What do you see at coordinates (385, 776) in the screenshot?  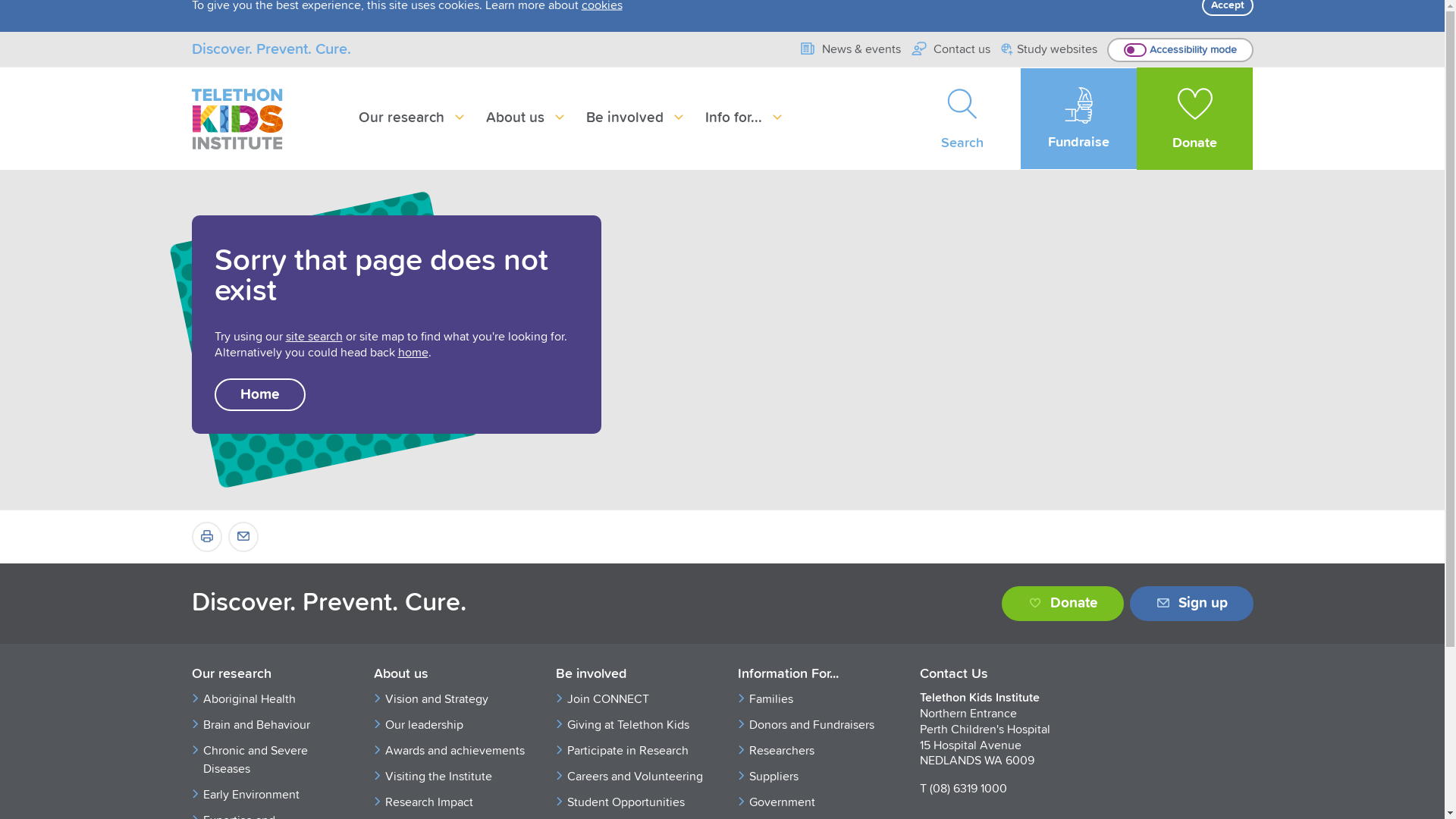 I see `'Visiting the Institute'` at bounding box center [385, 776].